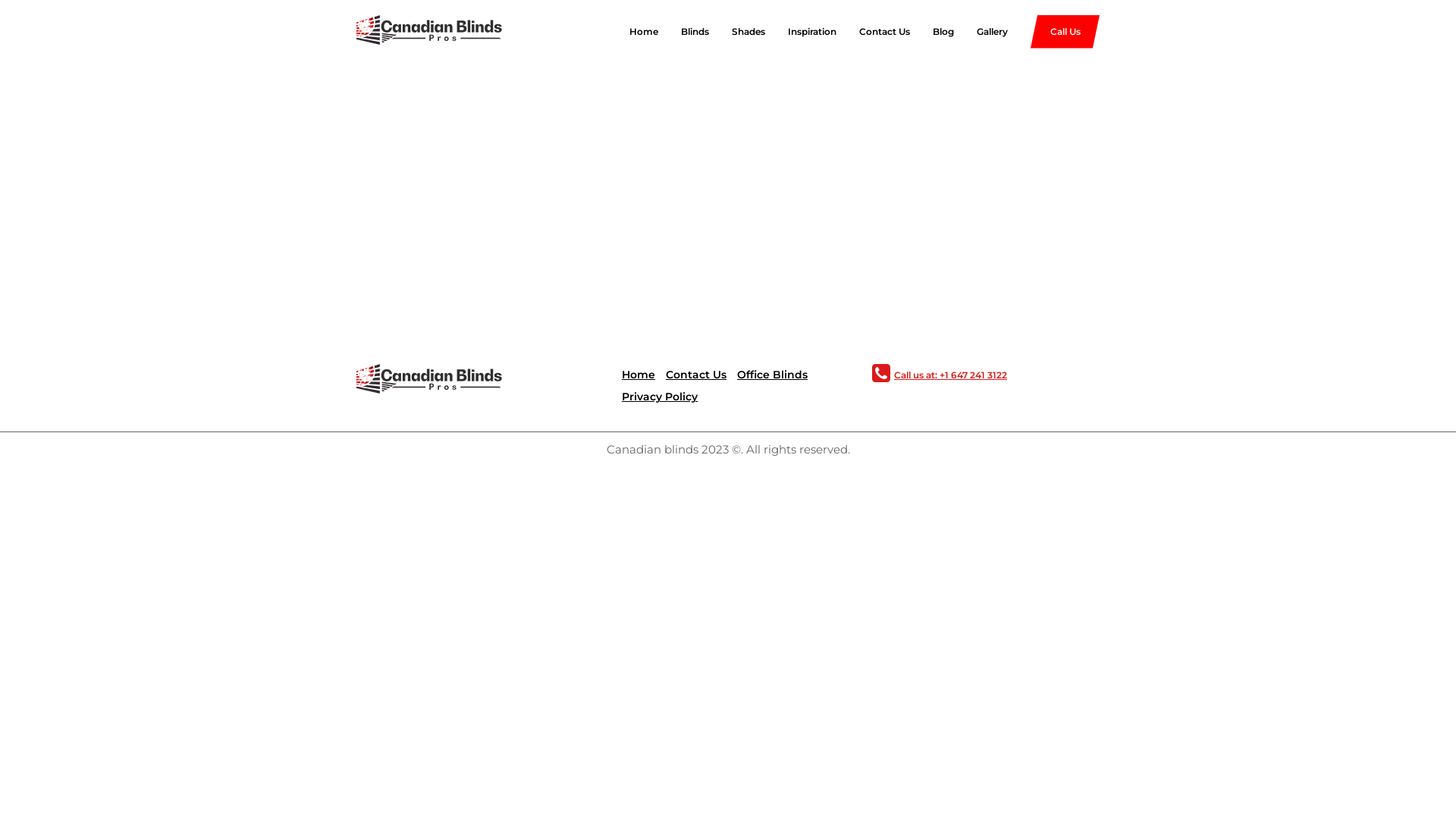 The height and width of the screenshot is (819, 1456). I want to click on 'Gallery', so click(981, 32).